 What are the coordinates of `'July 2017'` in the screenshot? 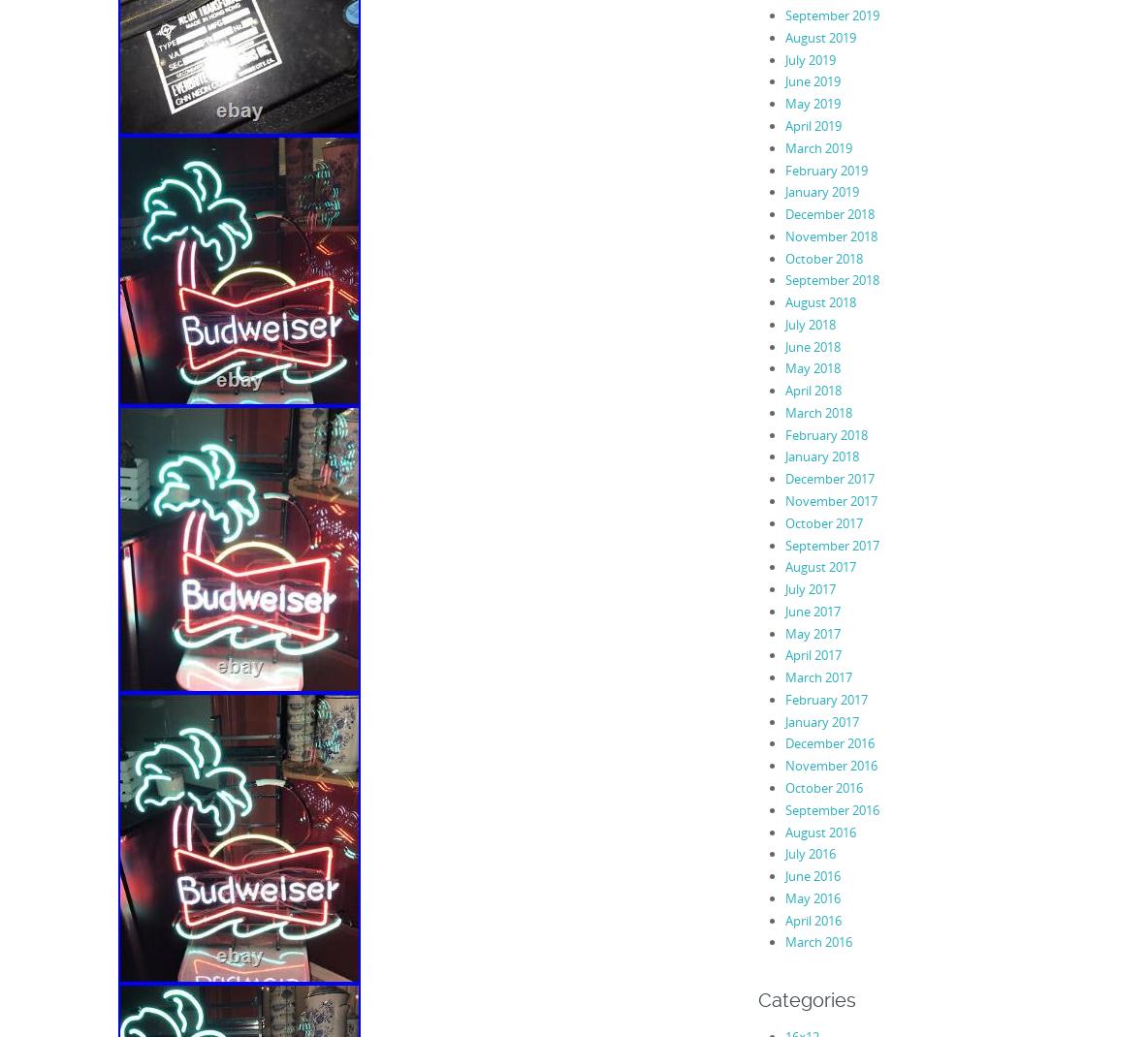 It's located at (809, 587).